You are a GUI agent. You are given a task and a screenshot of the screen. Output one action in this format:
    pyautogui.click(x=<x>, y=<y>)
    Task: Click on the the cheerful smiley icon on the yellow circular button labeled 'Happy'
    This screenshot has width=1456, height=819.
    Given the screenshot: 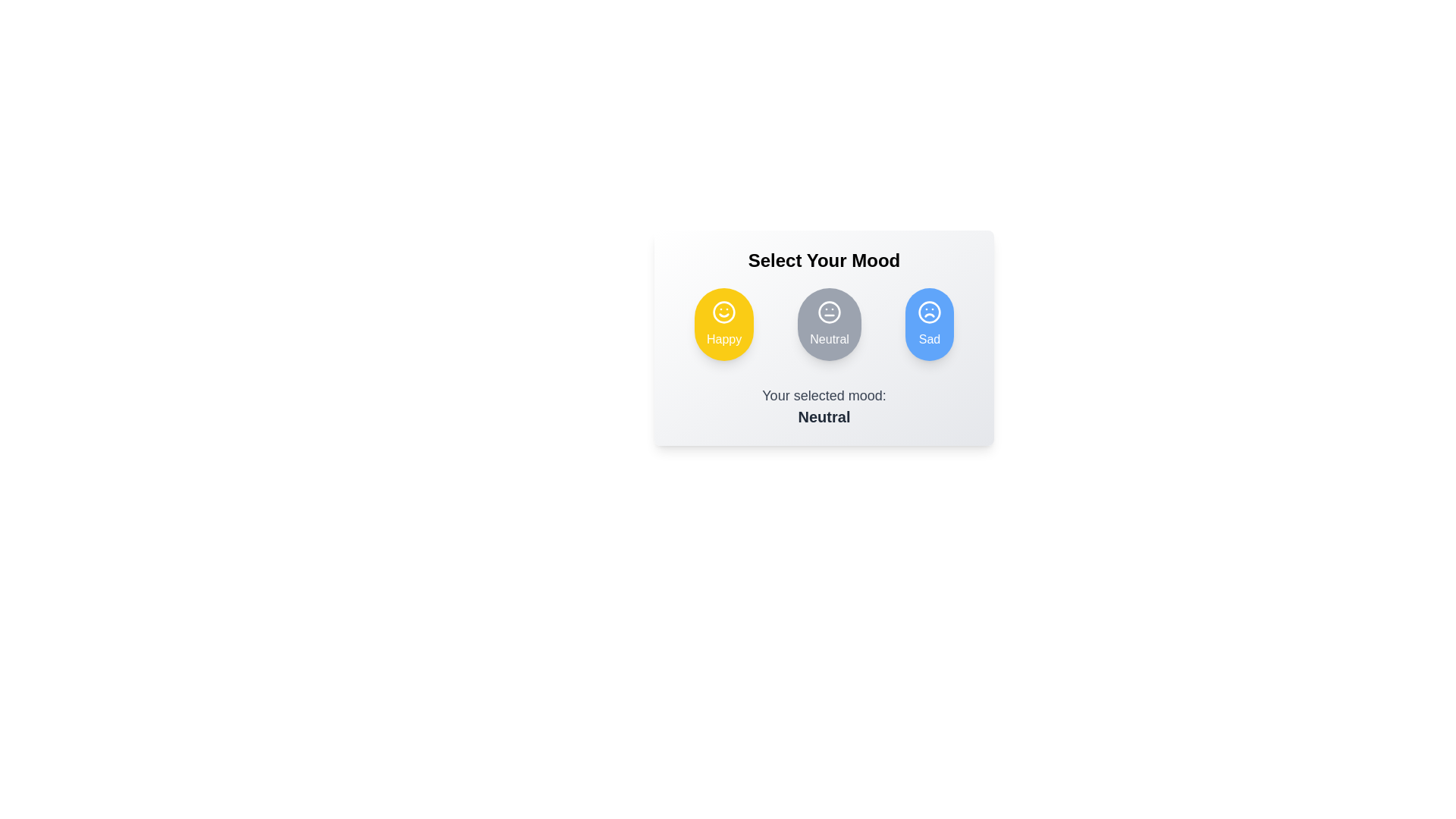 What is the action you would take?
    pyautogui.click(x=723, y=312)
    